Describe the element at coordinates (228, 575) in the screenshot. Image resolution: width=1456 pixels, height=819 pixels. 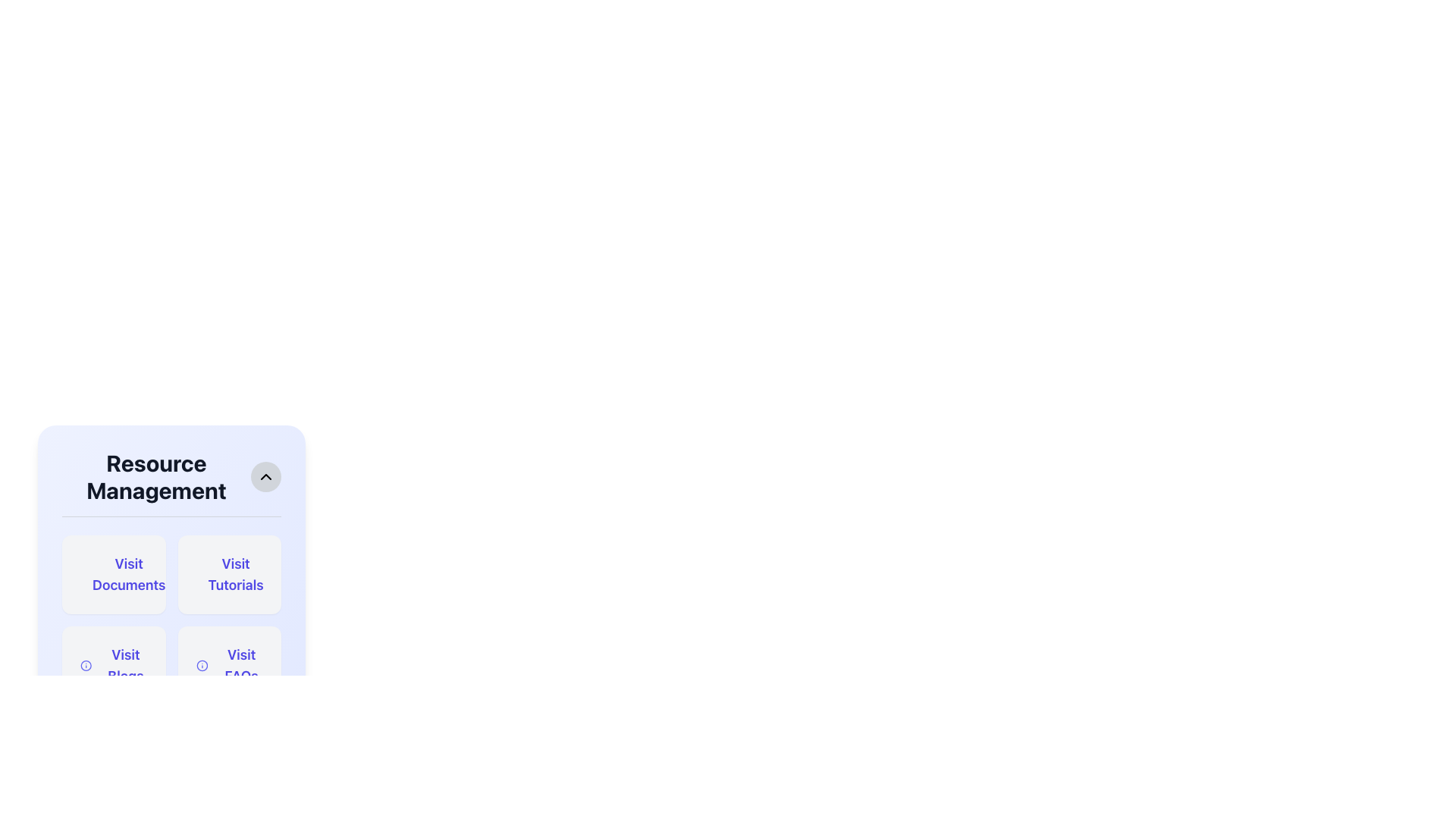
I see `the button located in the second column of the first row of the grid layout, which redirects to tutorials` at that location.